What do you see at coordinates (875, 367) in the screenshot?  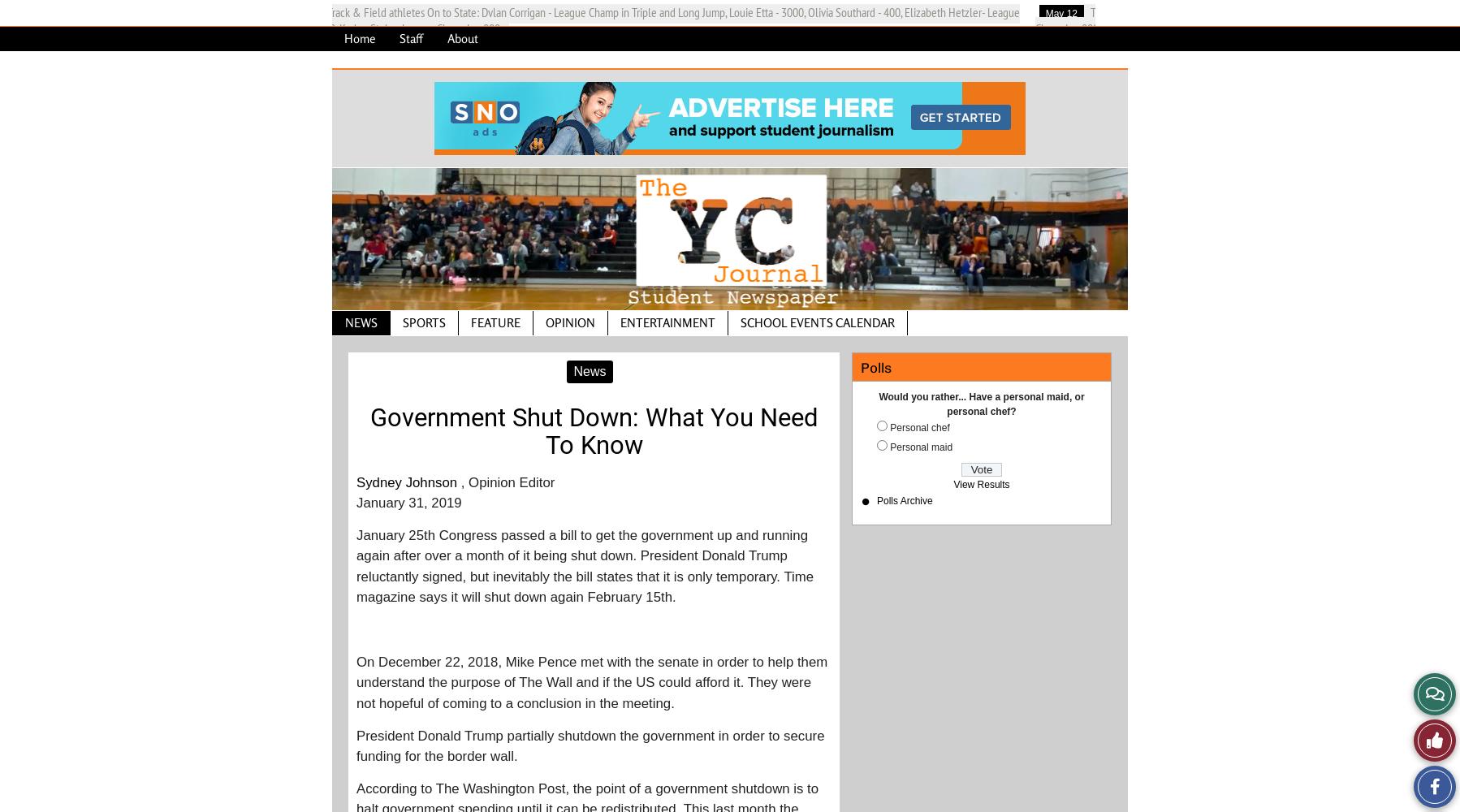 I see `'Polls'` at bounding box center [875, 367].